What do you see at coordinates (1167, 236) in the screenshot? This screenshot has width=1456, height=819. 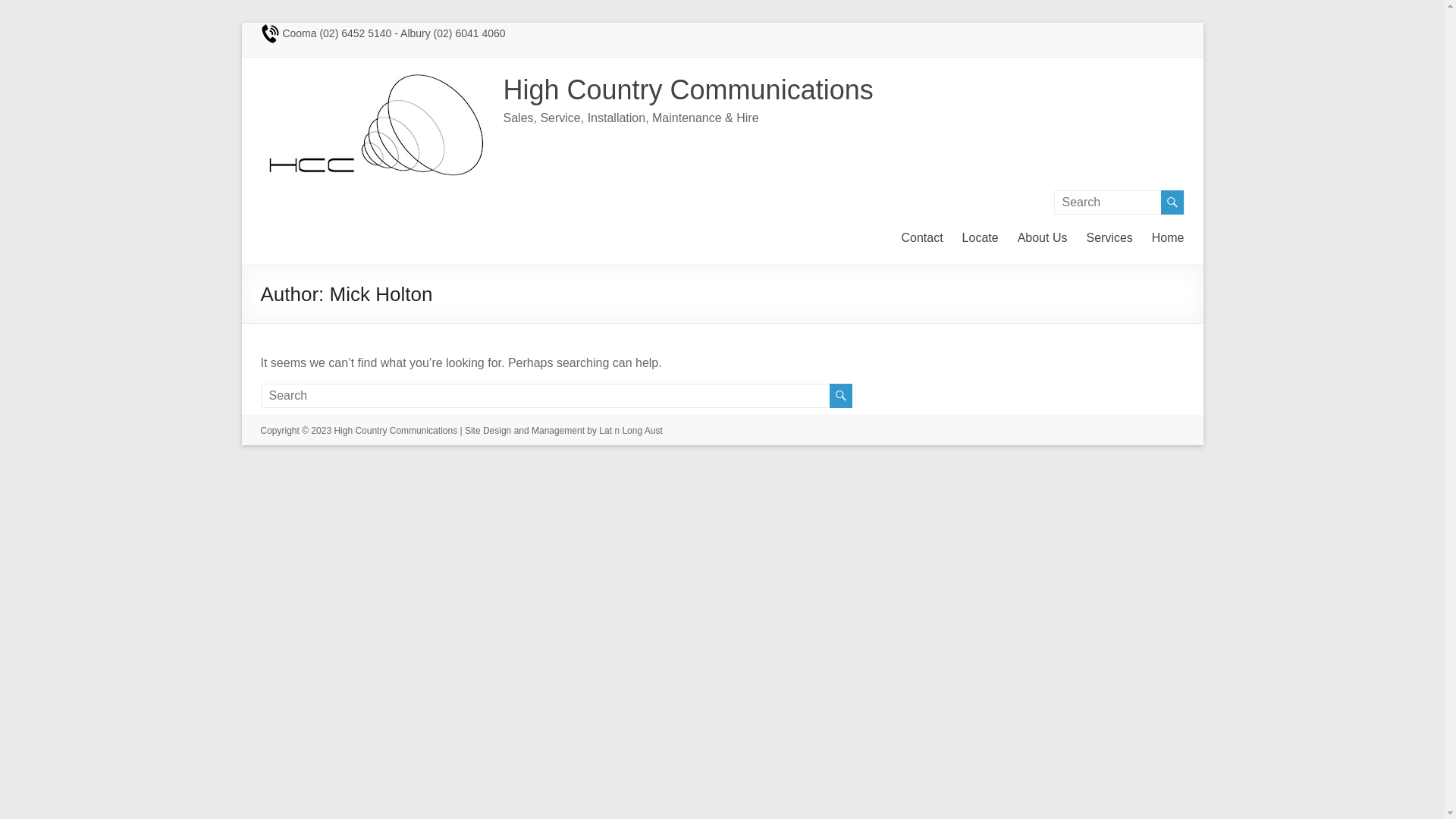 I see `'Home'` at bounding box center [1167, 236].